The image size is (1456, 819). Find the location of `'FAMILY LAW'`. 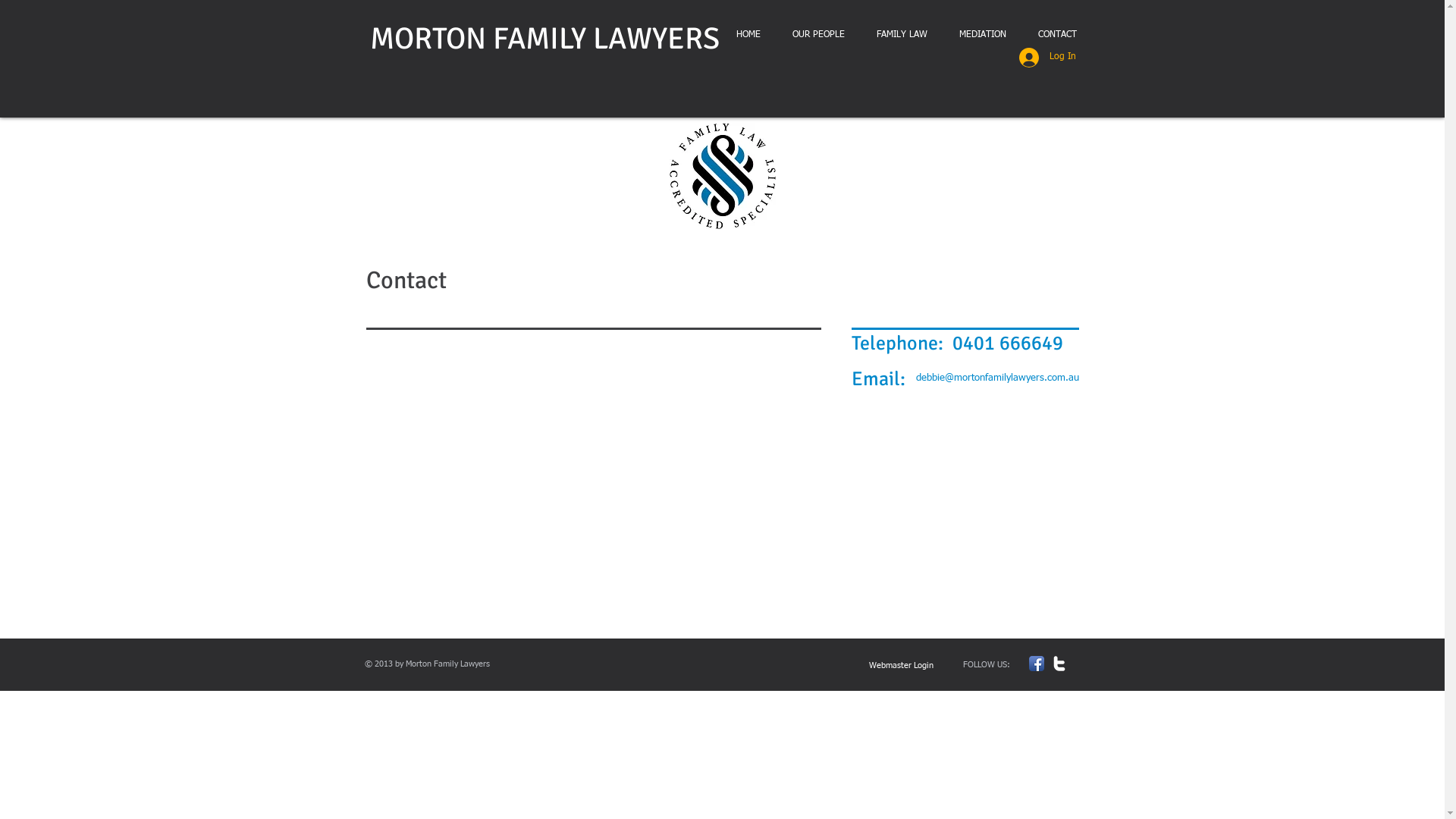

'FAMILY LAW' is located at coordinates (901, 34).